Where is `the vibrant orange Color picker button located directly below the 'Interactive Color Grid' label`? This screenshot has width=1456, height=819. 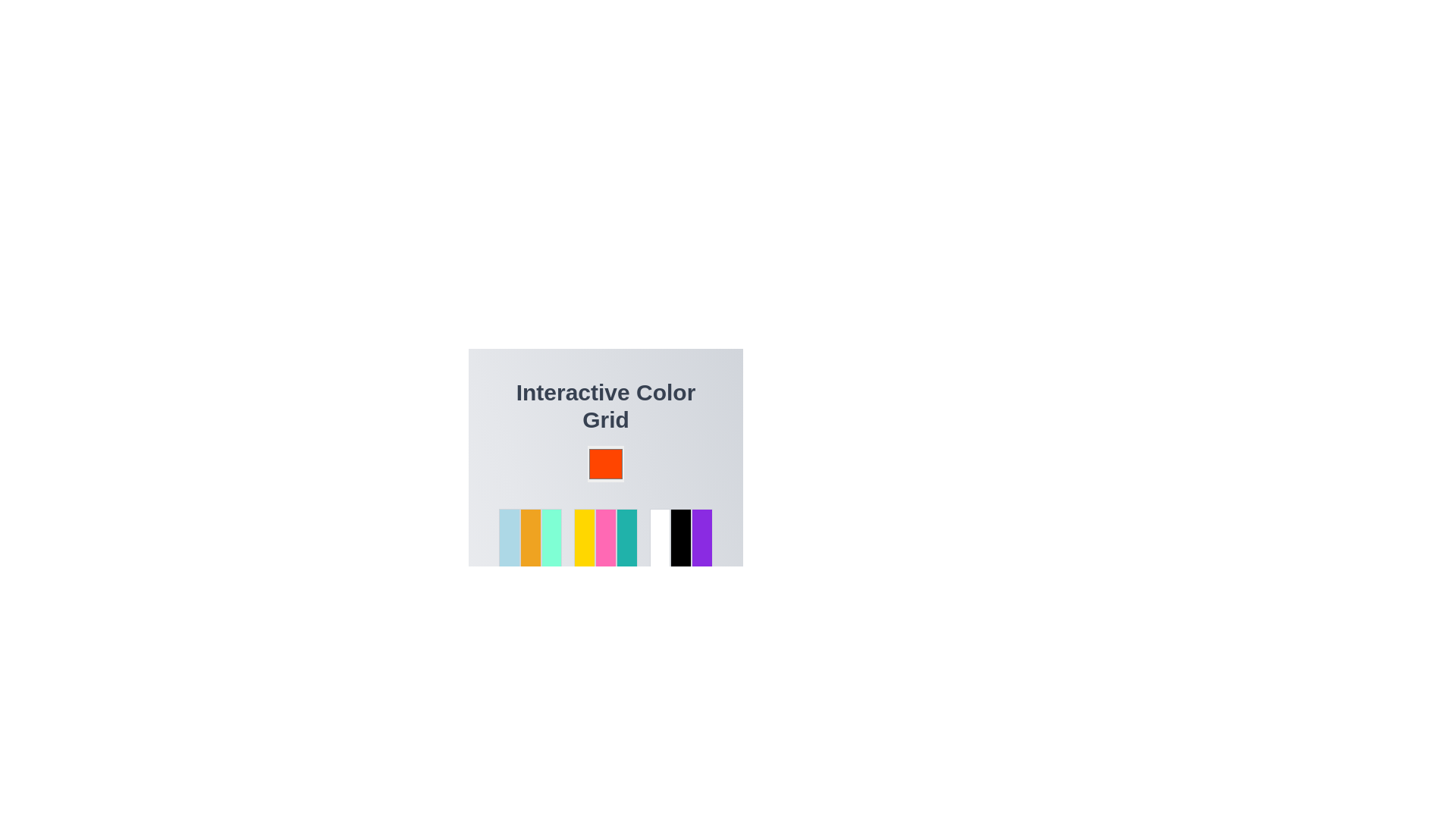 the vibrant orange Color picker button located directly below the 'Interactive Color Grid' label is located at coordinates (604, 447).